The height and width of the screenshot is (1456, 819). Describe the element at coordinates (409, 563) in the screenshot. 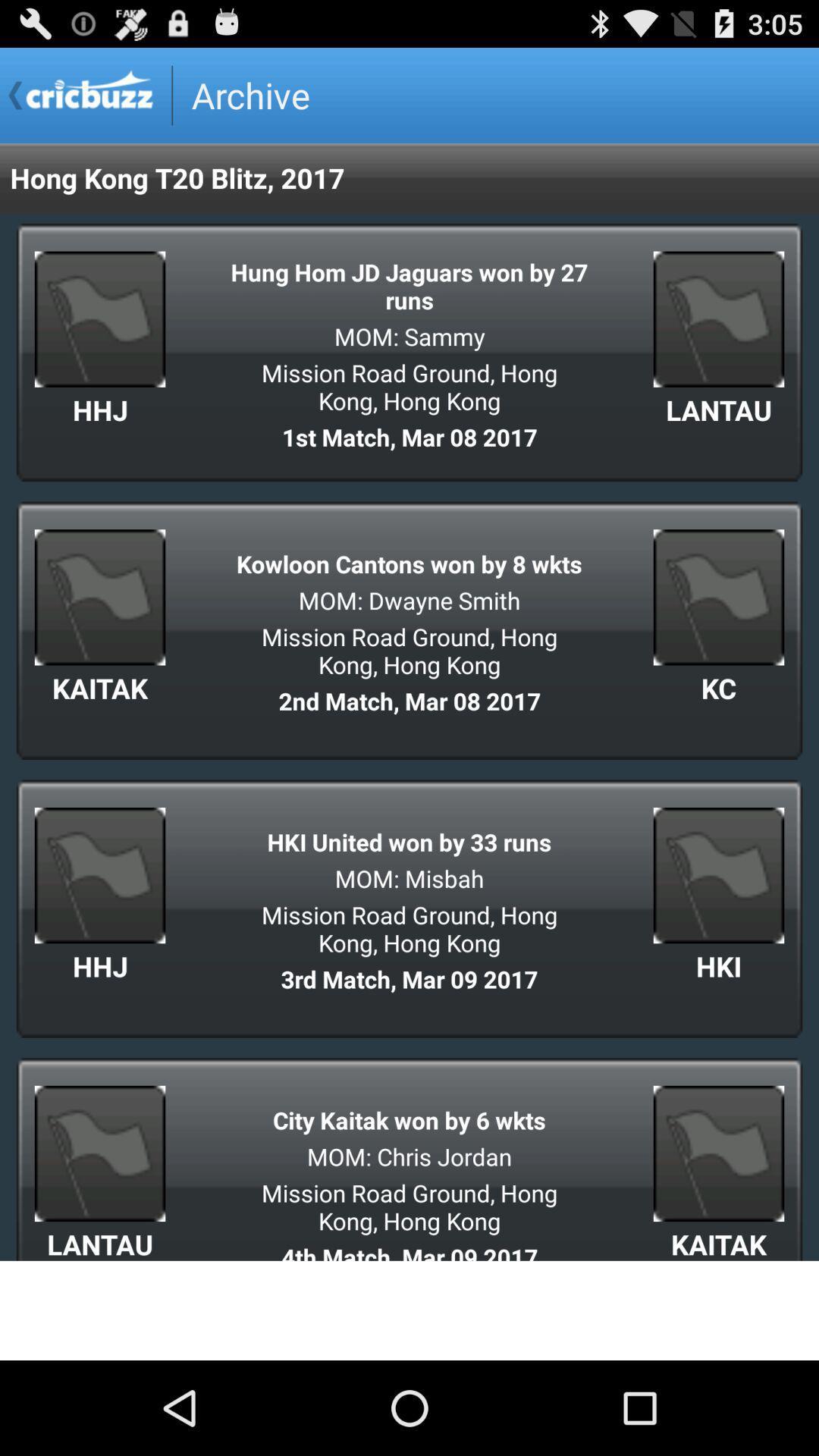

I see `kowloon cantons won` at that location.